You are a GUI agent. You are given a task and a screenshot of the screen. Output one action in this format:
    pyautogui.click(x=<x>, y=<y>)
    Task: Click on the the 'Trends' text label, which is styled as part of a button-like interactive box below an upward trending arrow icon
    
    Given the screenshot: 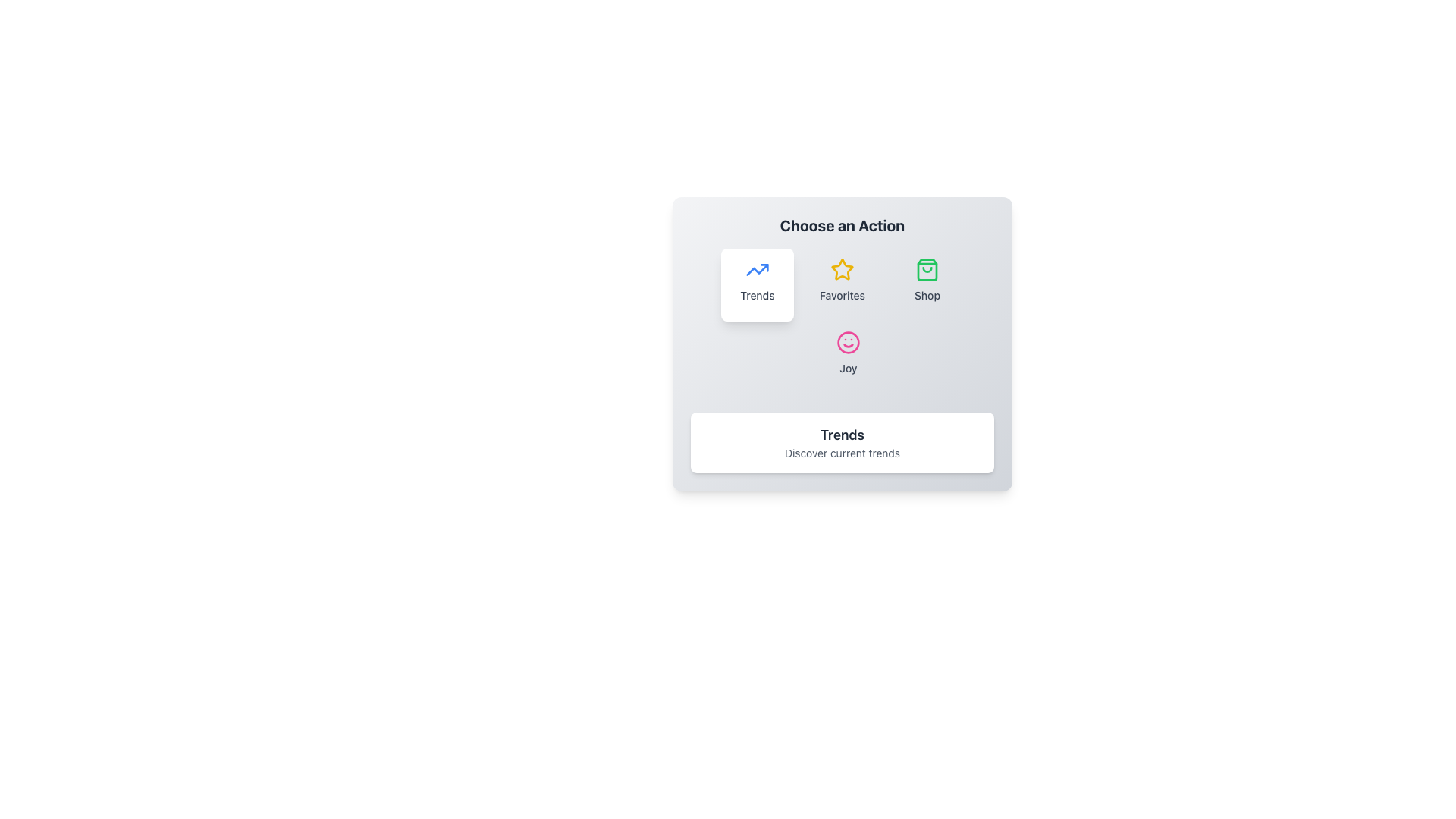 What is the action you would take?
    pyautogui.click(x=757, y=295)
    